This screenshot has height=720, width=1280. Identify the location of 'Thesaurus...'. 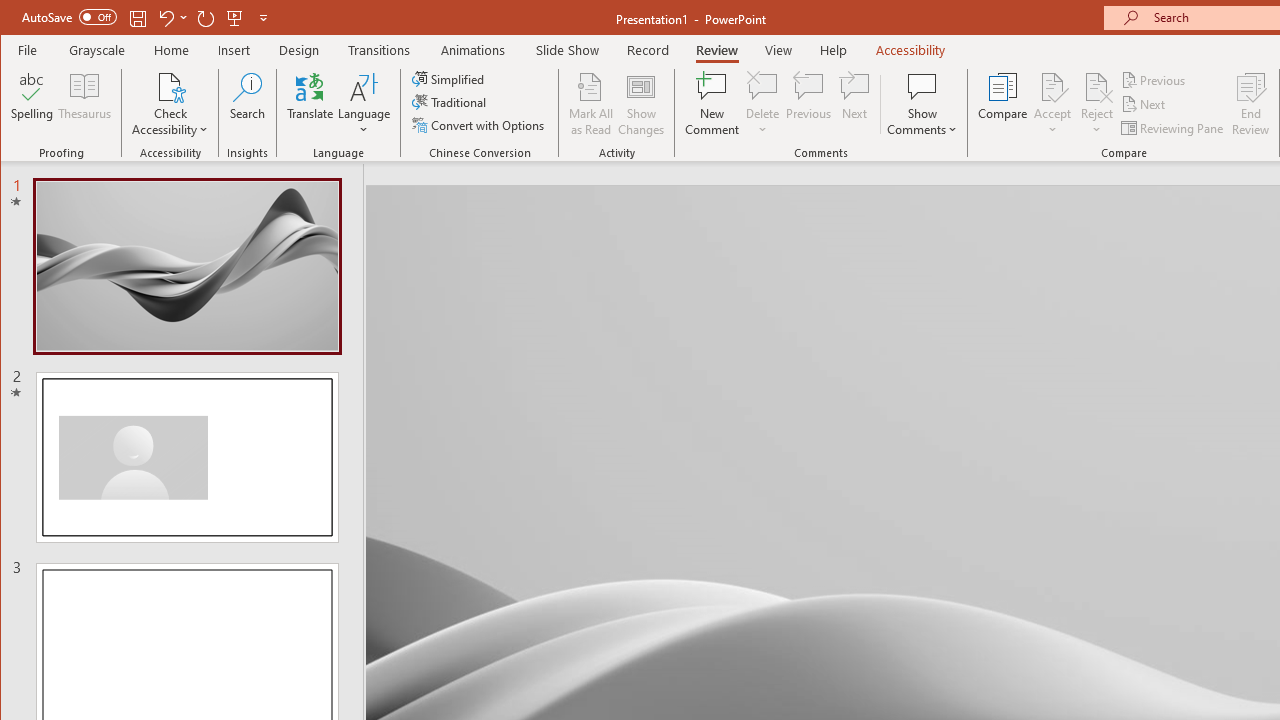
(84, 104).